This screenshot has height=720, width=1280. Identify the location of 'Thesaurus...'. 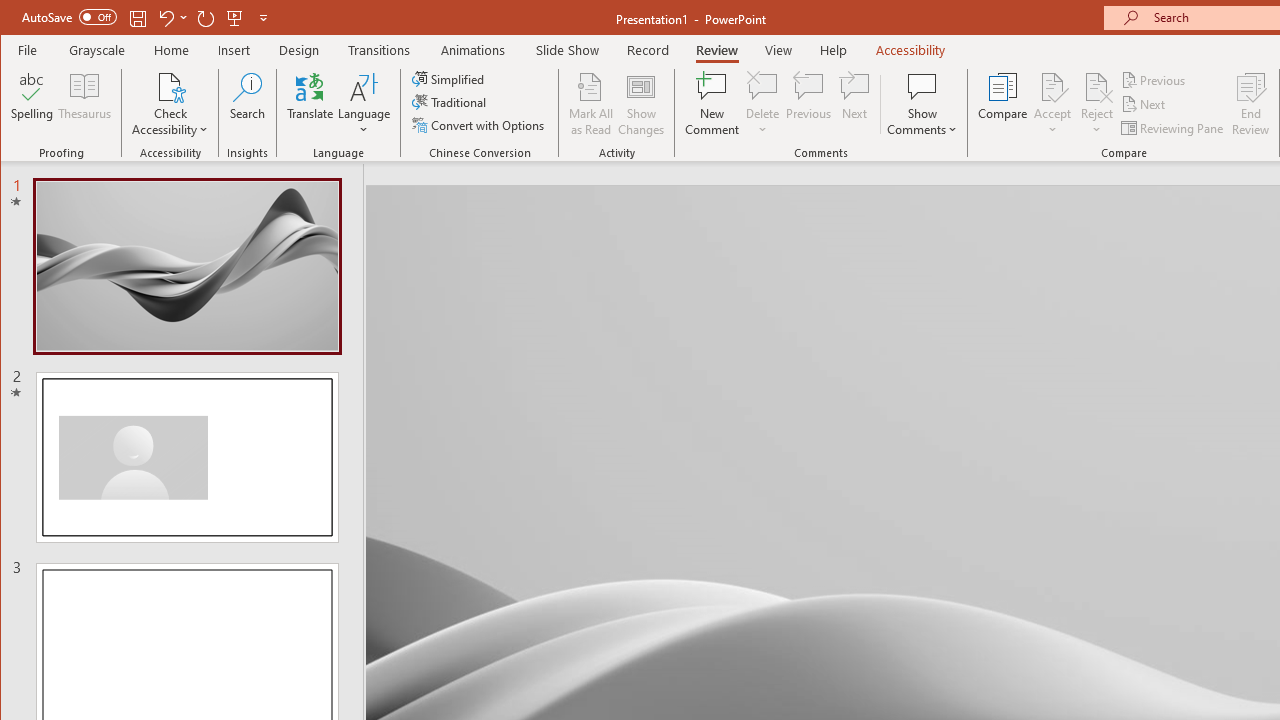
(84, 104).